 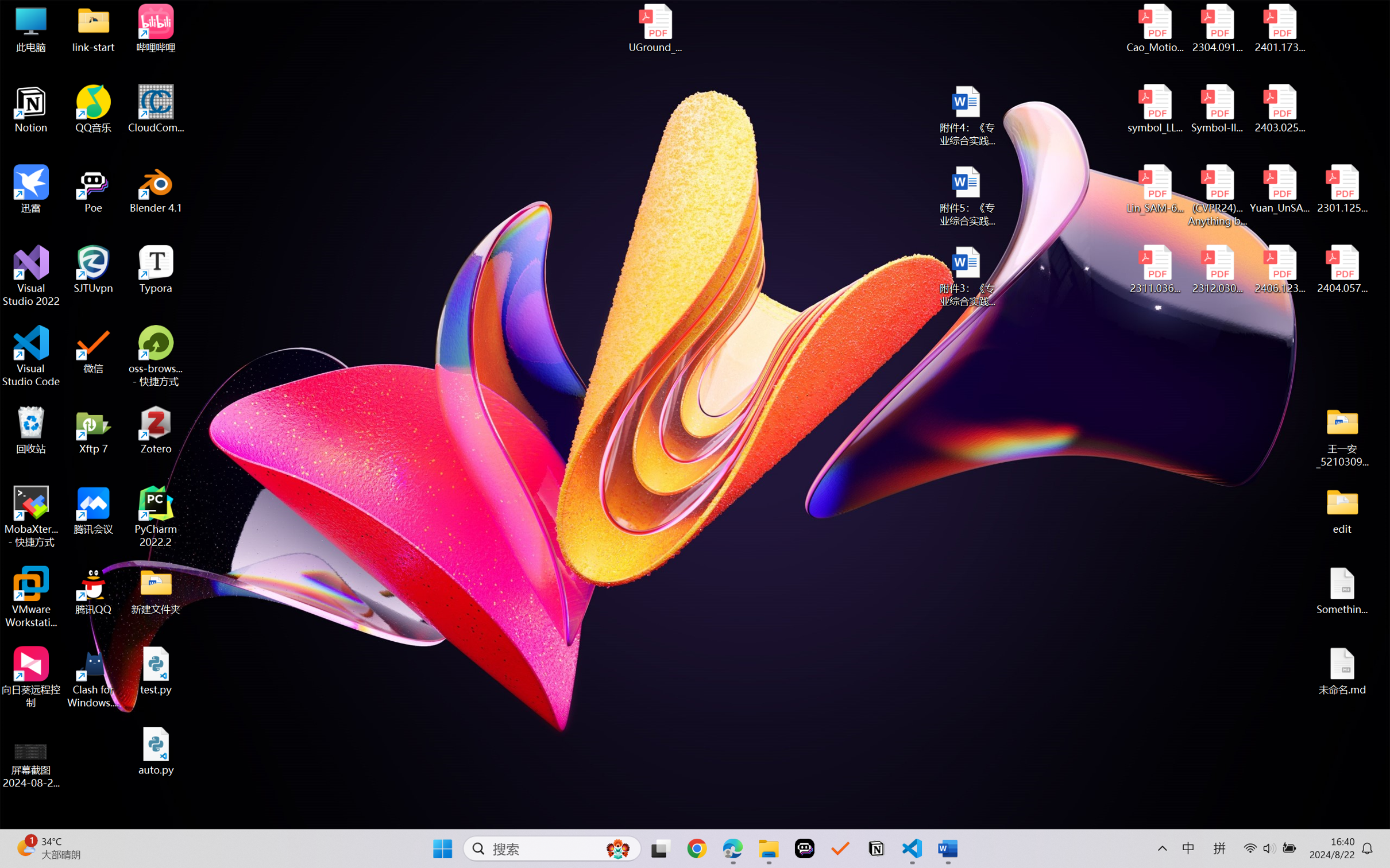 What do you see at coordinates (1279, 109) in the screenshot?
I see `'2403.02502v1.pdf'` at bounding box center [1279, 109].